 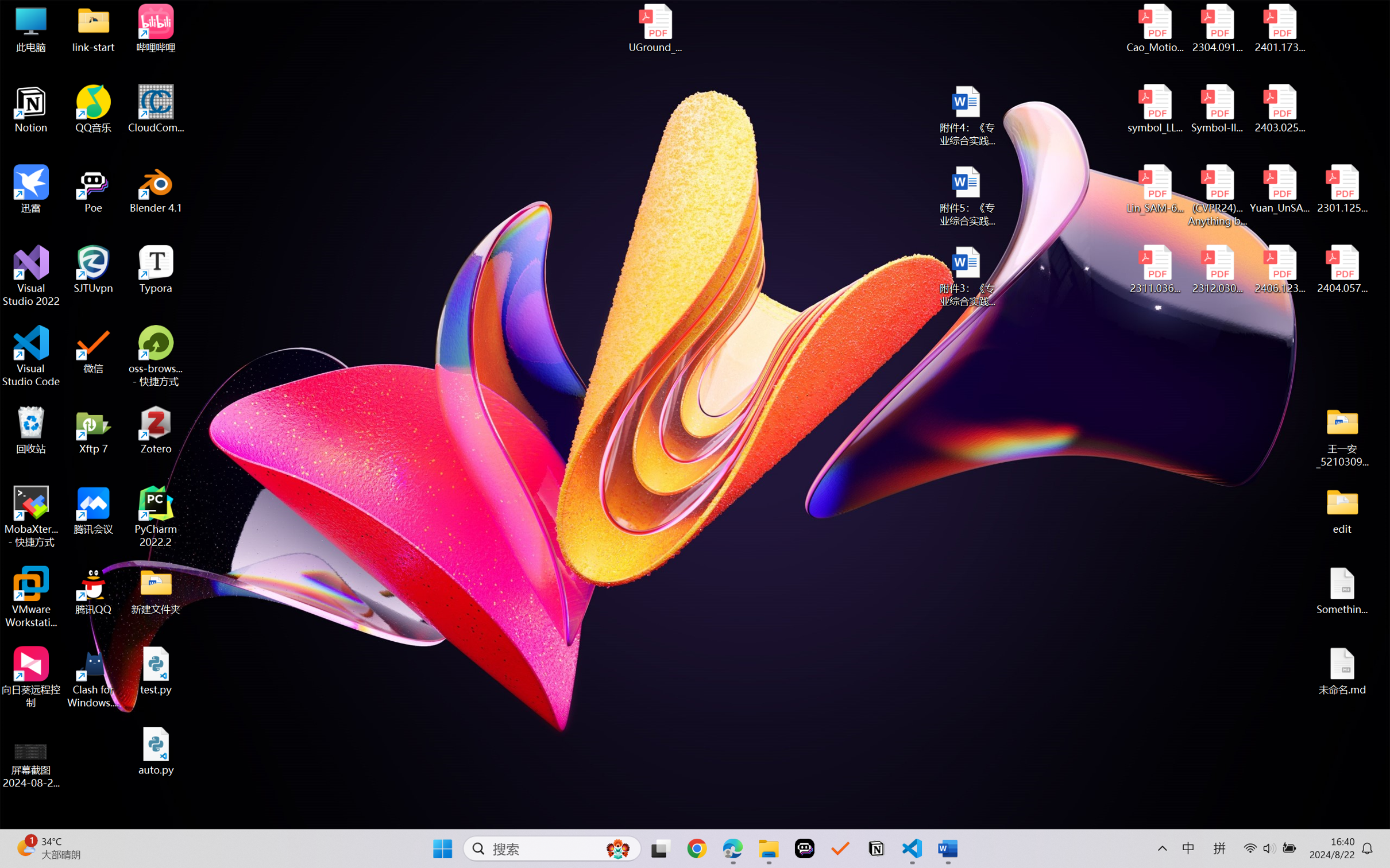 What do you see at coordinates (1279, 109) in the screenshot?
I see `'2403.02502v1.pdf'` at bounding box center [1279, 109].